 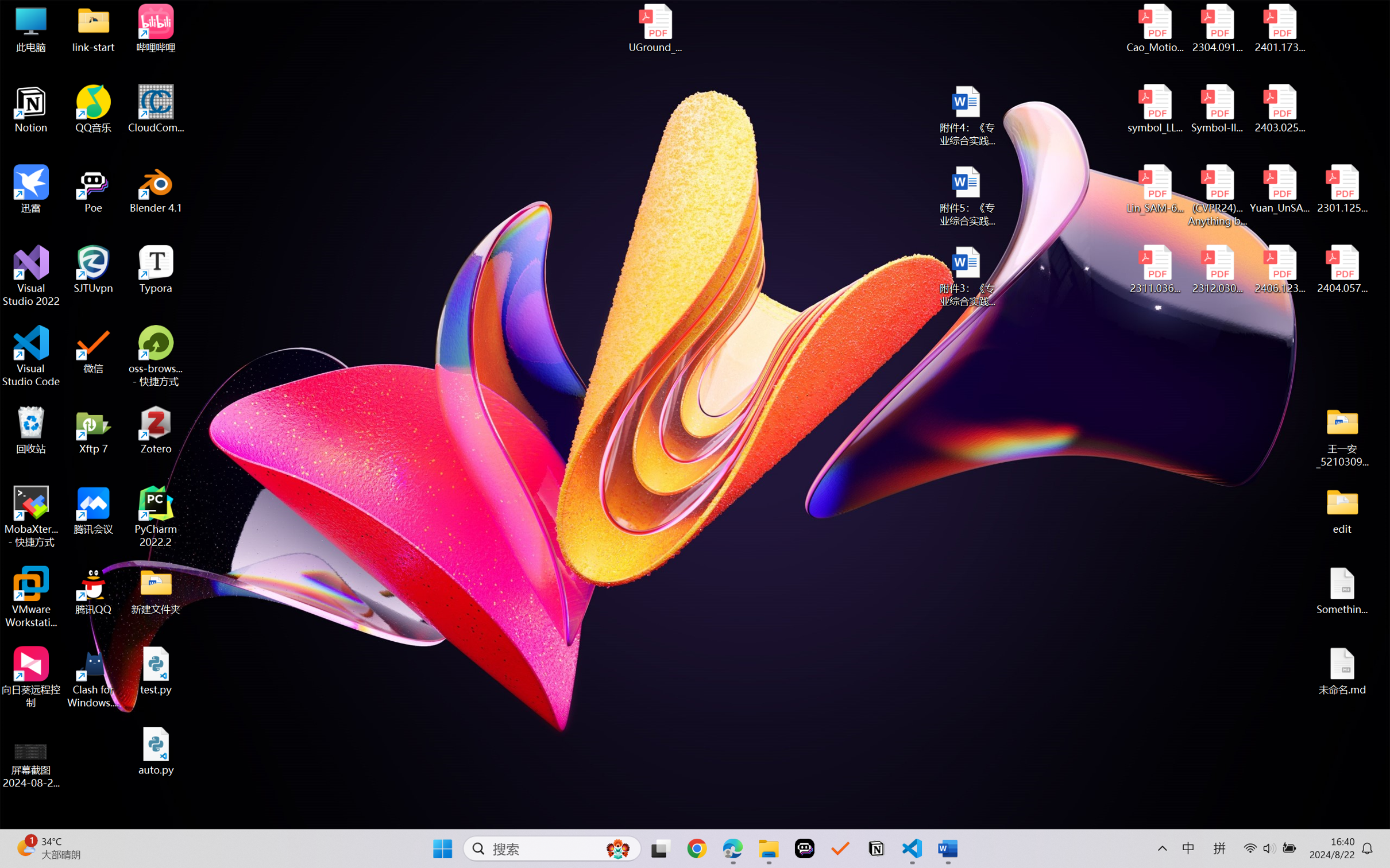 What do you see at coordinates (1279, 109) in the screenshot?
I see `'2403.02502v1.pdf'` at bounding box center [1279, 109].